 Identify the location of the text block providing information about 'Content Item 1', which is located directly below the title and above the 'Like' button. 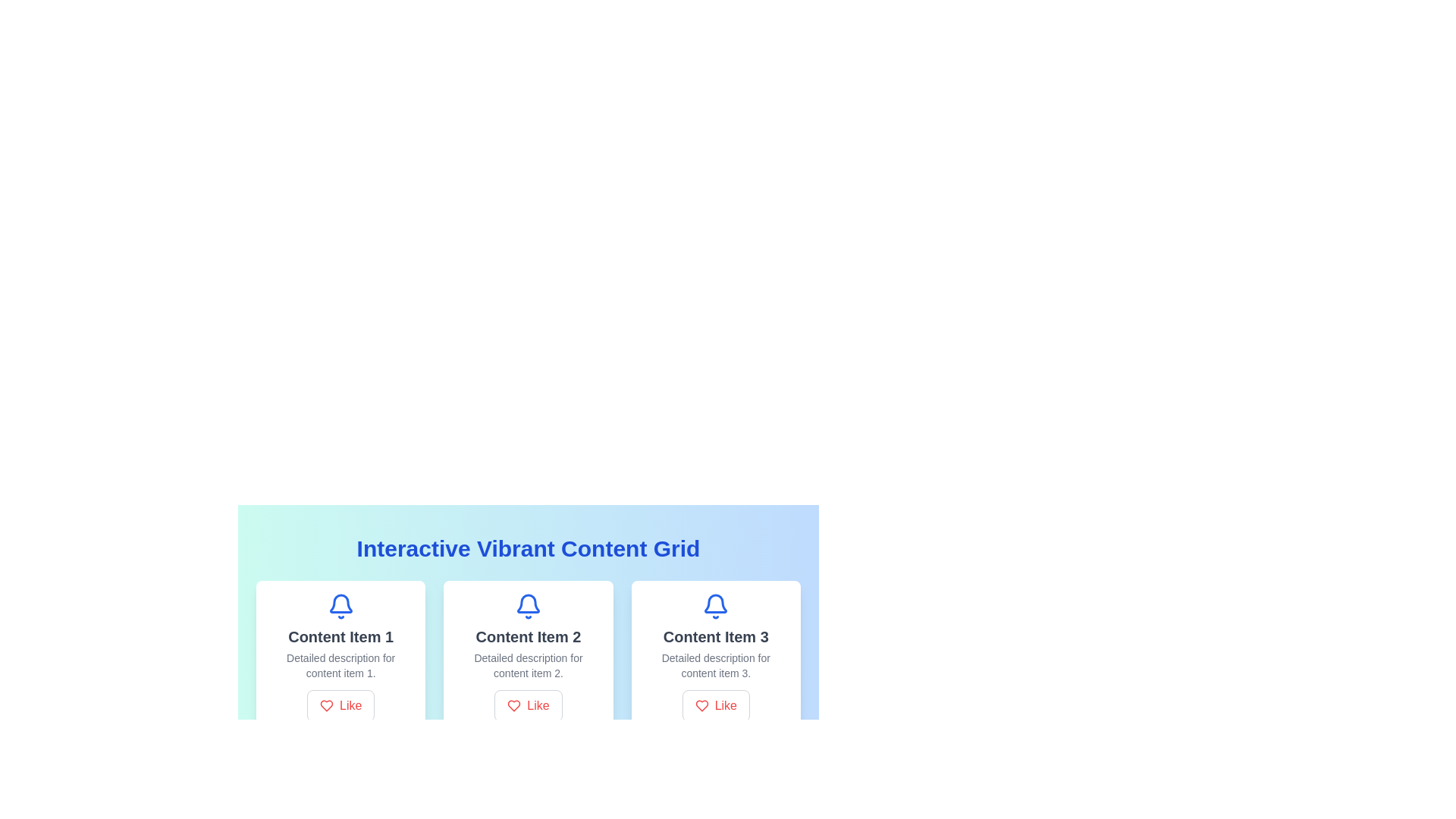
(340, 665).